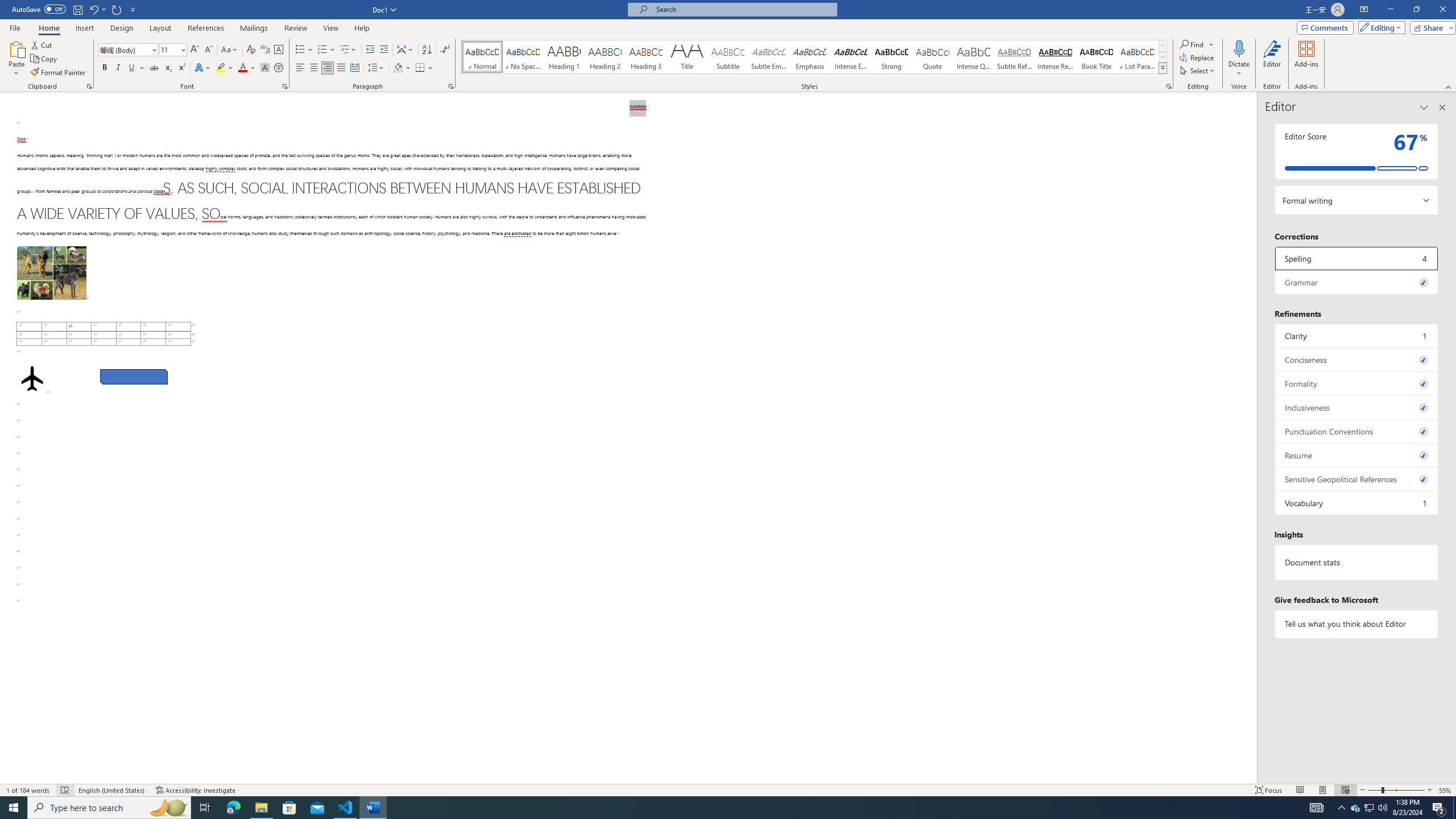  I want to click on 'Spelling, 4 issues. Press space or enter to review items.', so click(1356, 258).